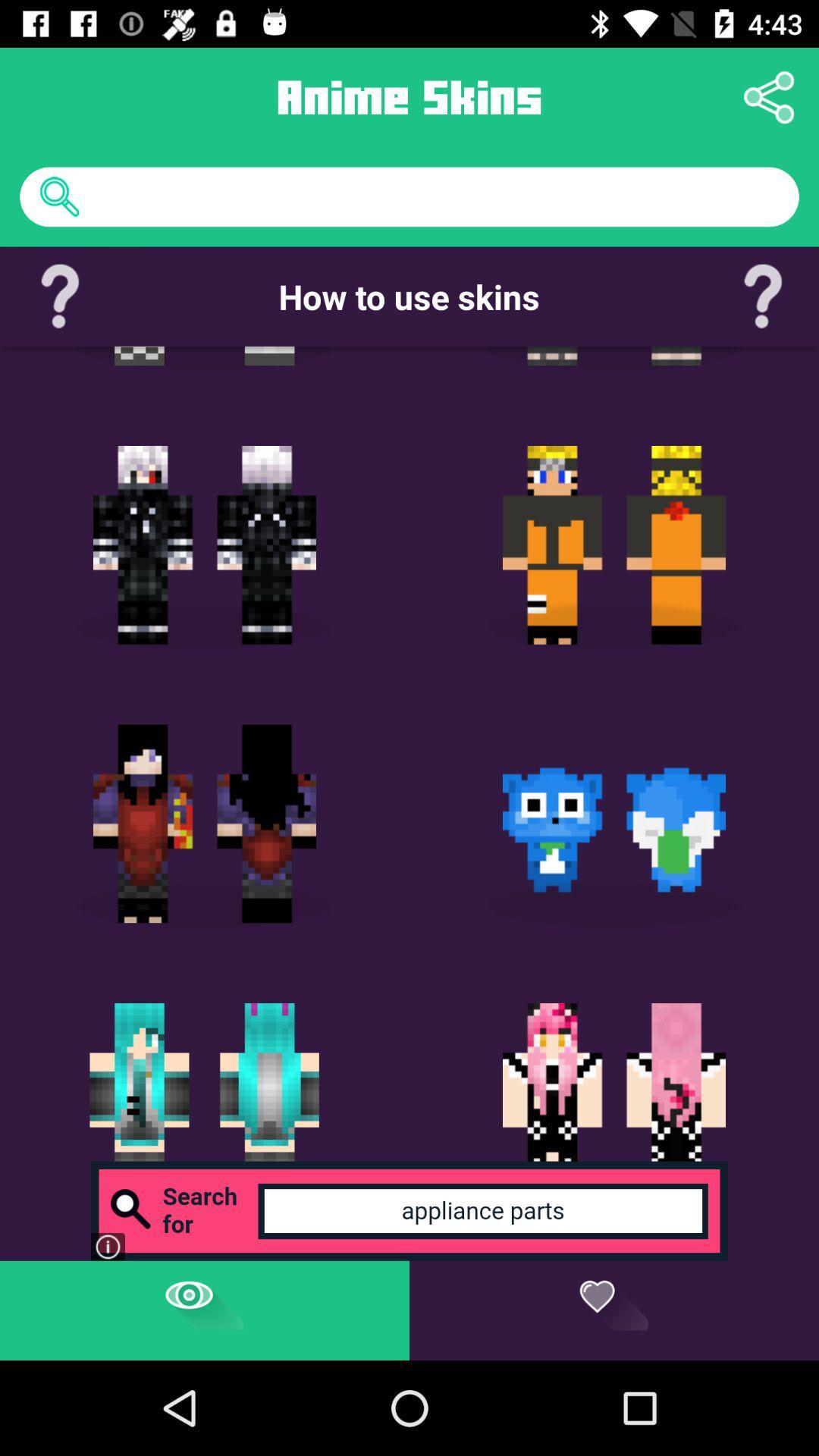 The height and width of the screenshot is (1456, 819). Describe the element at coordinates (769, 96) in the screenshot. I see `the share icon` at that location.